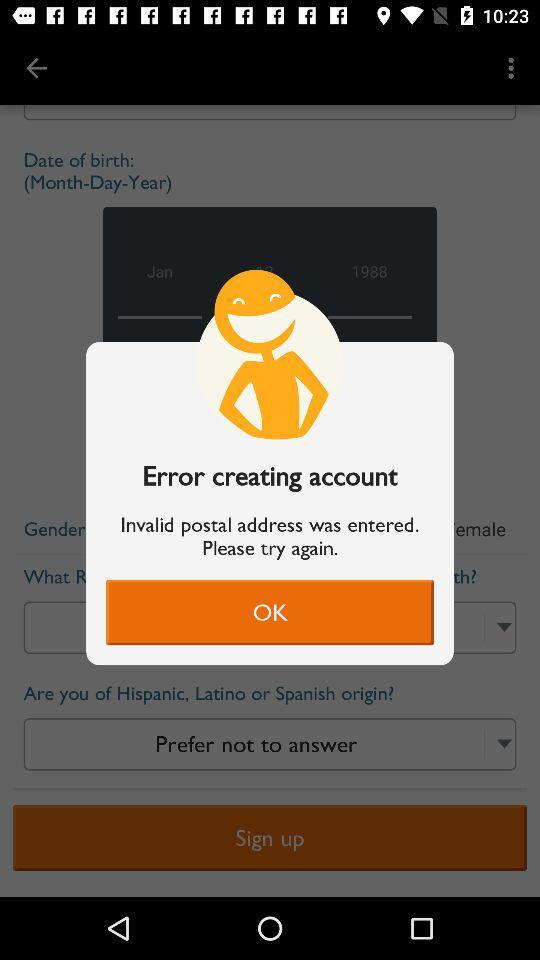  I want to click on the icon below invalid postal address icon, so click(270, 611).